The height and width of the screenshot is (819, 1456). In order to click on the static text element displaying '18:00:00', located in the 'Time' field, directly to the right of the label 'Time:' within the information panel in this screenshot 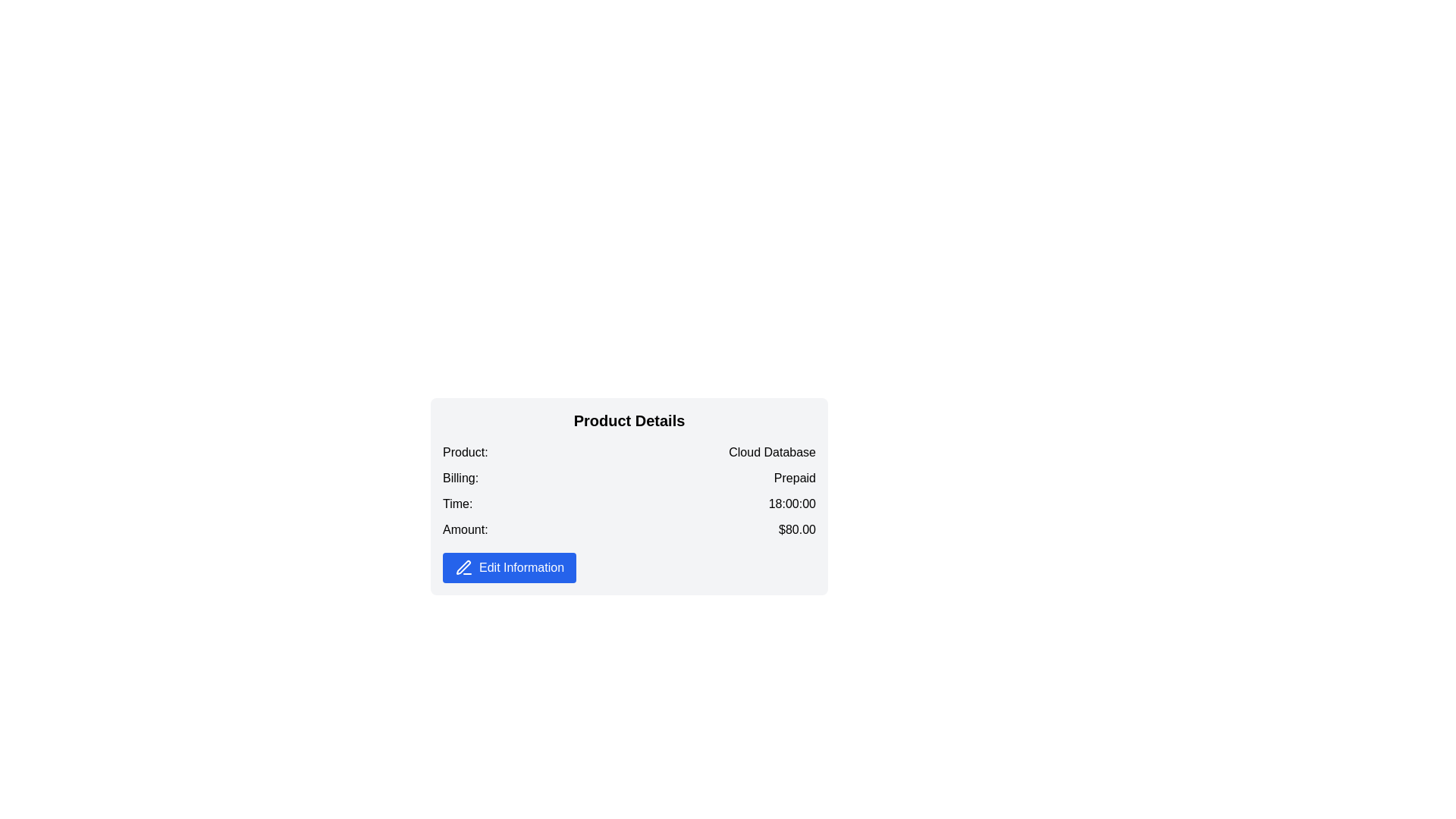, I will do `click(791, 505)`.